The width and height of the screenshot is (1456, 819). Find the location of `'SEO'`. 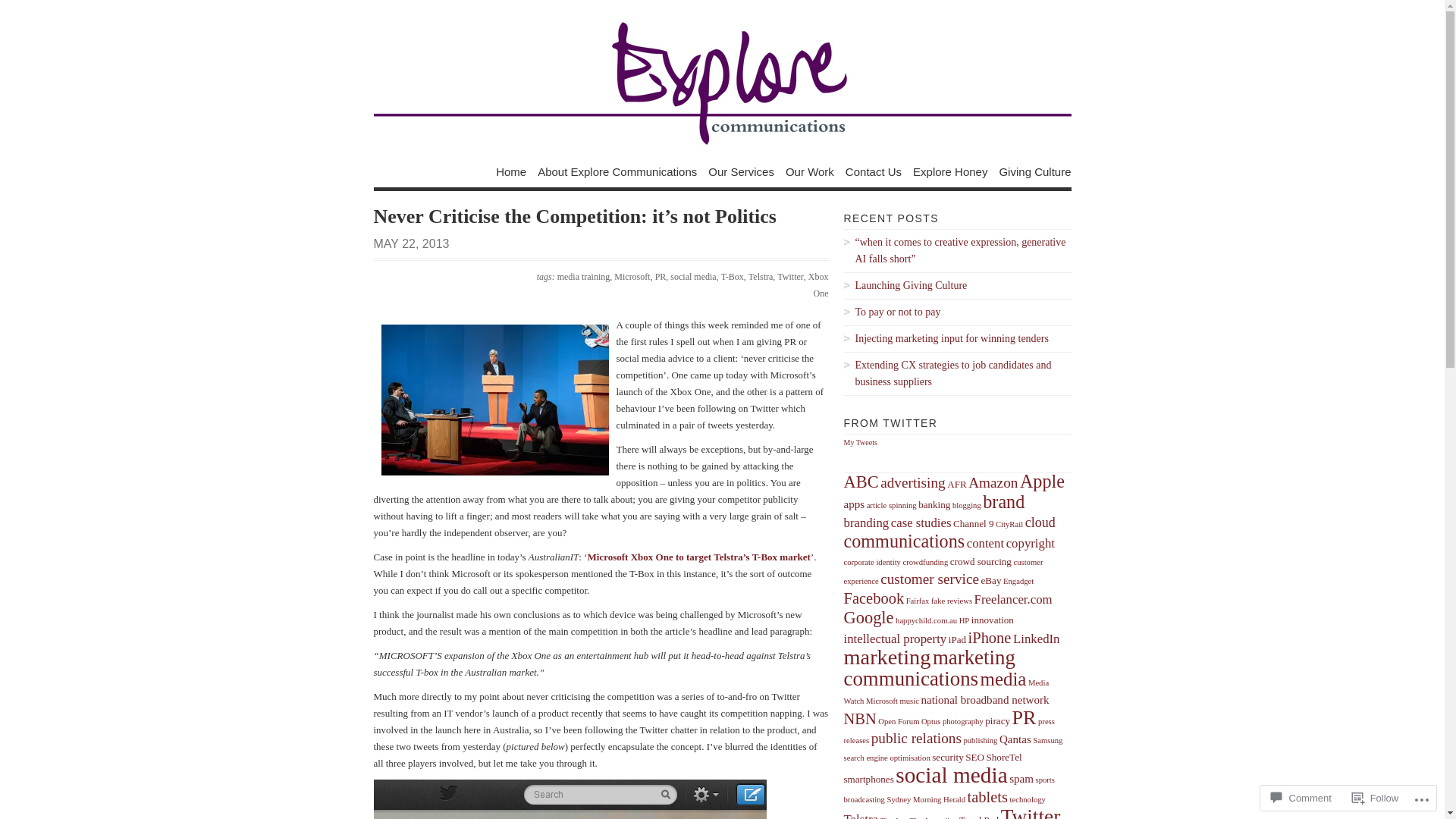

'SEO' is located at coordinates (974, 757).